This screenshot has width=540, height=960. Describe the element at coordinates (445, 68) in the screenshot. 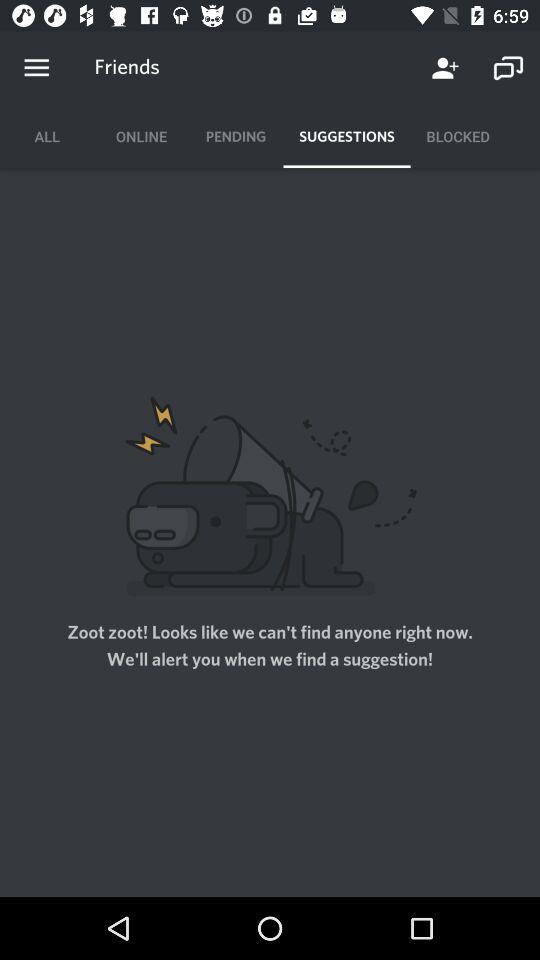

I see `the icon to the right of the friends` at that location.